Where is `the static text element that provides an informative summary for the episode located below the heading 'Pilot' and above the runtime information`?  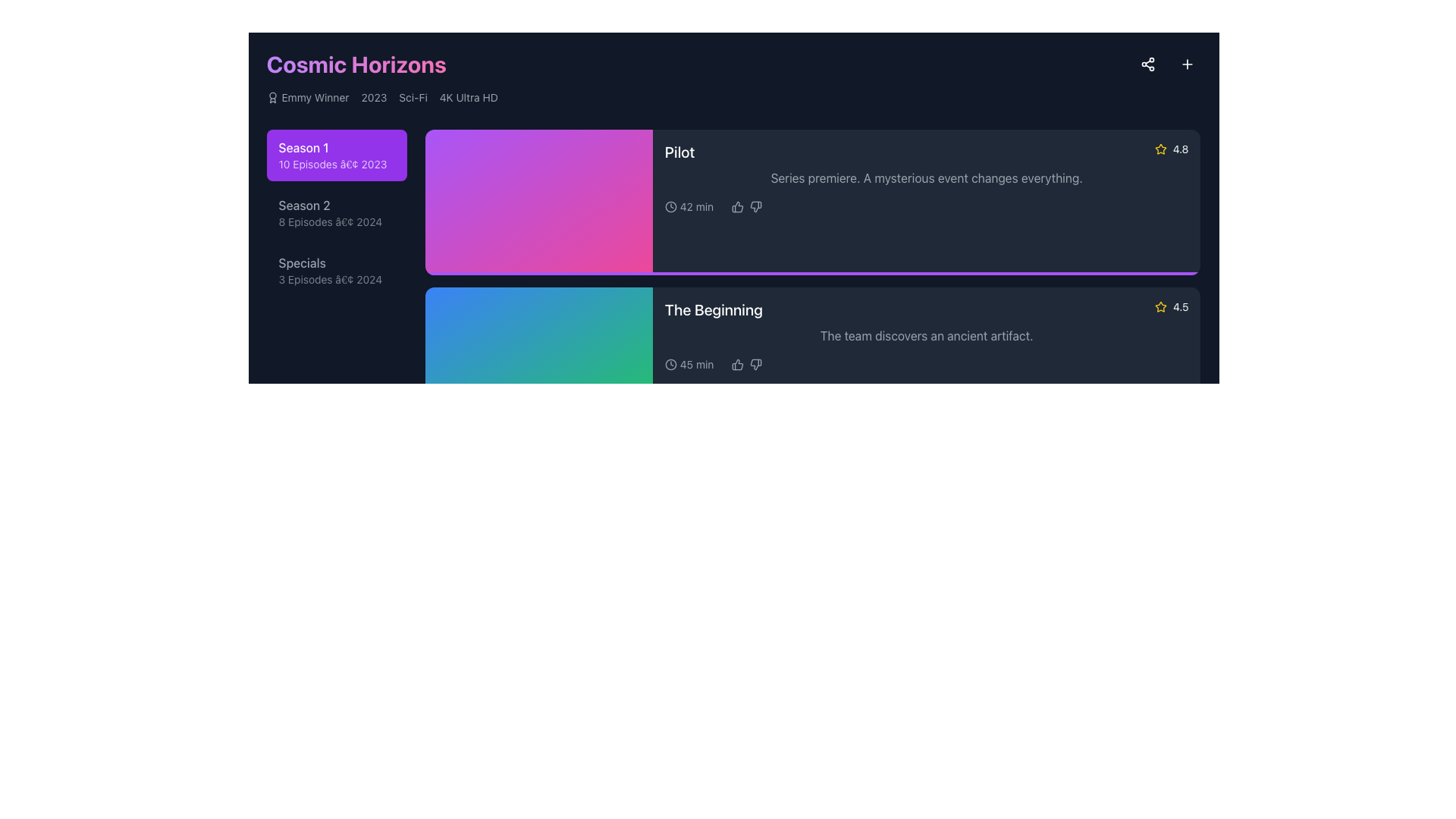
the static text element that provides an informative summary for the episode located below the heading 'Pilot' and above the runtime information is located at coordinates (926, 177).